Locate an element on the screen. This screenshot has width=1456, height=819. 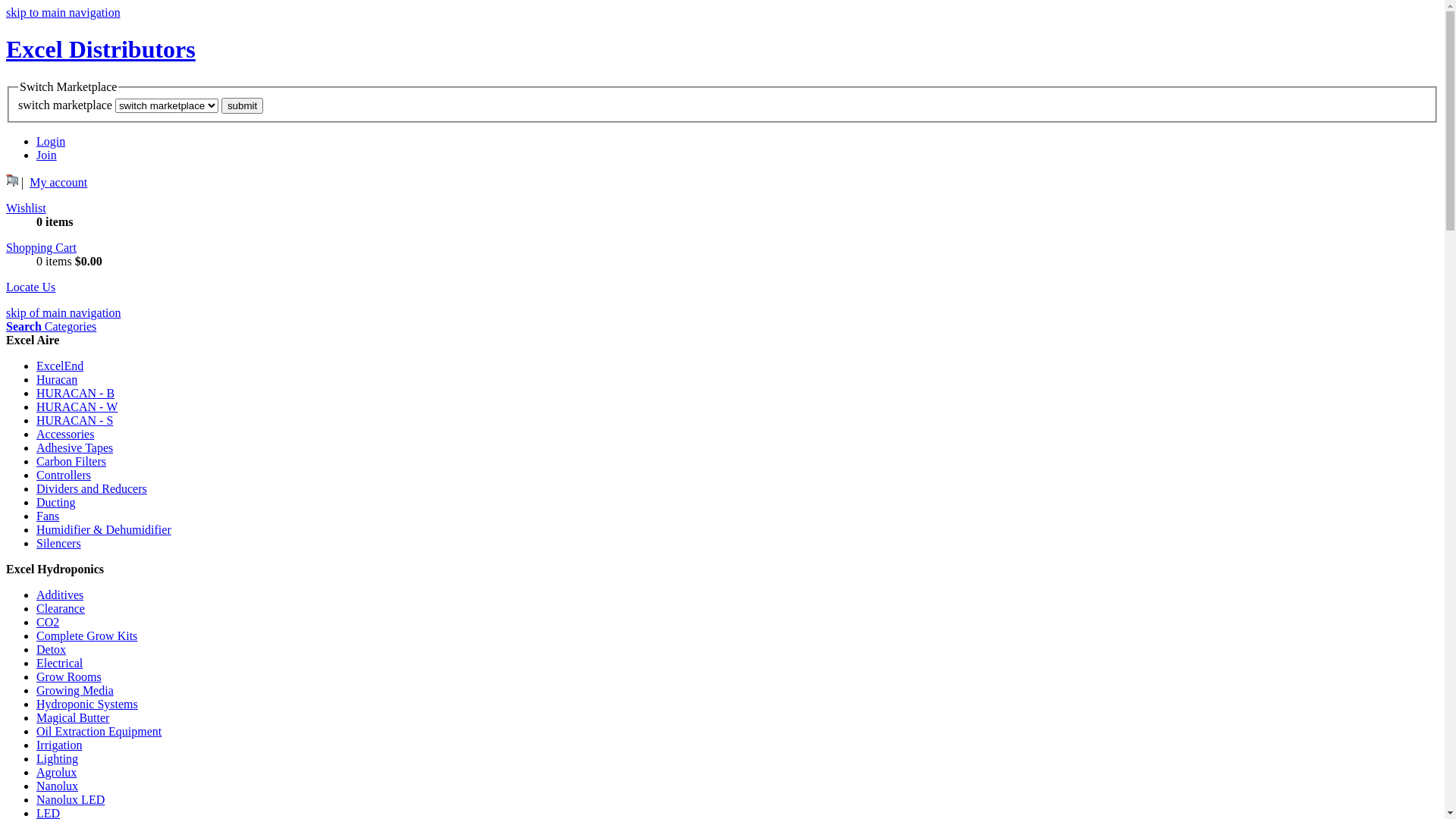
'Detox' is located at coordinates (51, 648).